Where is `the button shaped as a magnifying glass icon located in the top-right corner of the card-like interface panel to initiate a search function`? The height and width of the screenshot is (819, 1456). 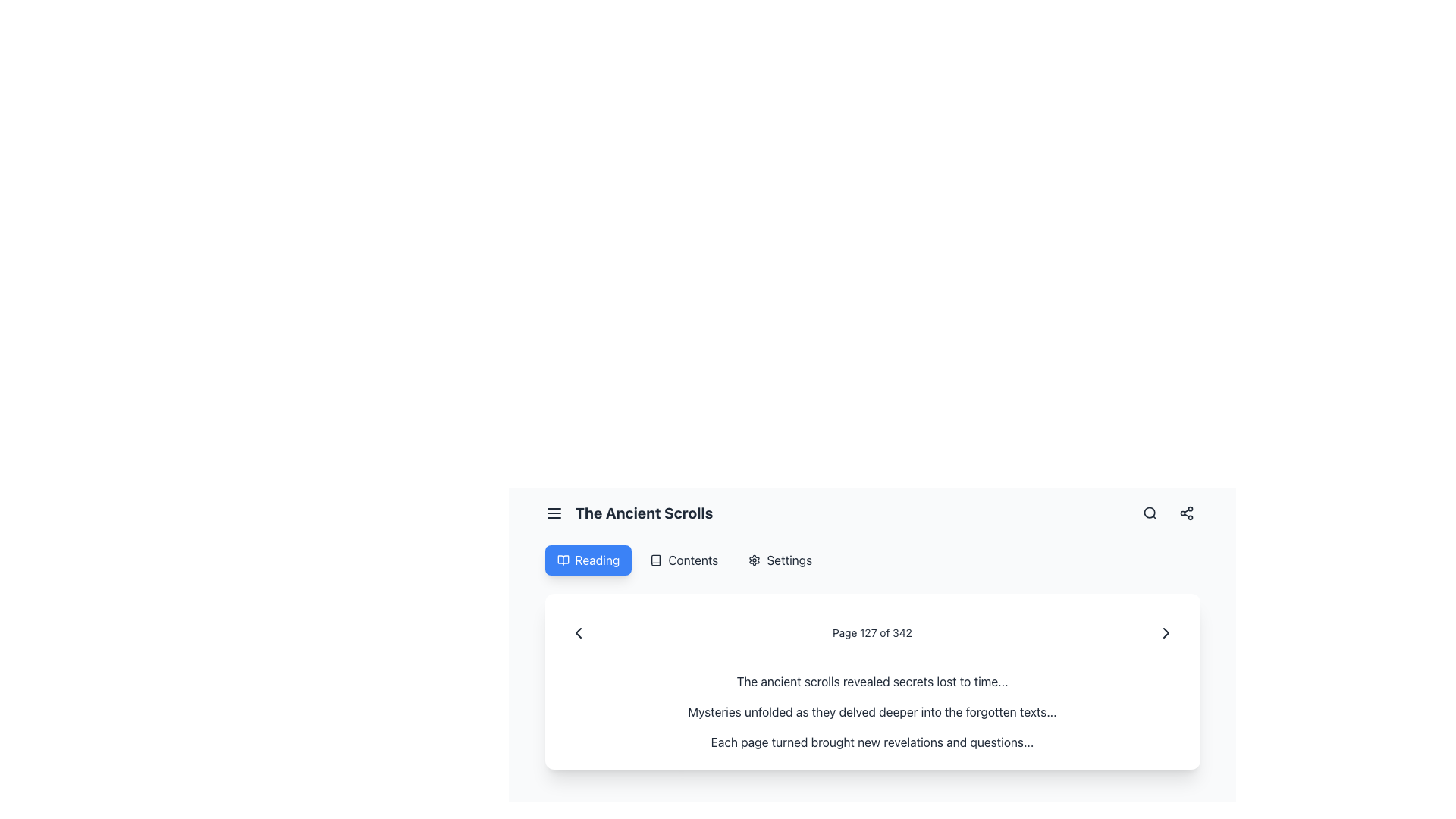
the button shaped as a magnifying glass icon located in the top-right corner of the card-like interface panel to initiate a search function is located at coordinates (1150, 513).